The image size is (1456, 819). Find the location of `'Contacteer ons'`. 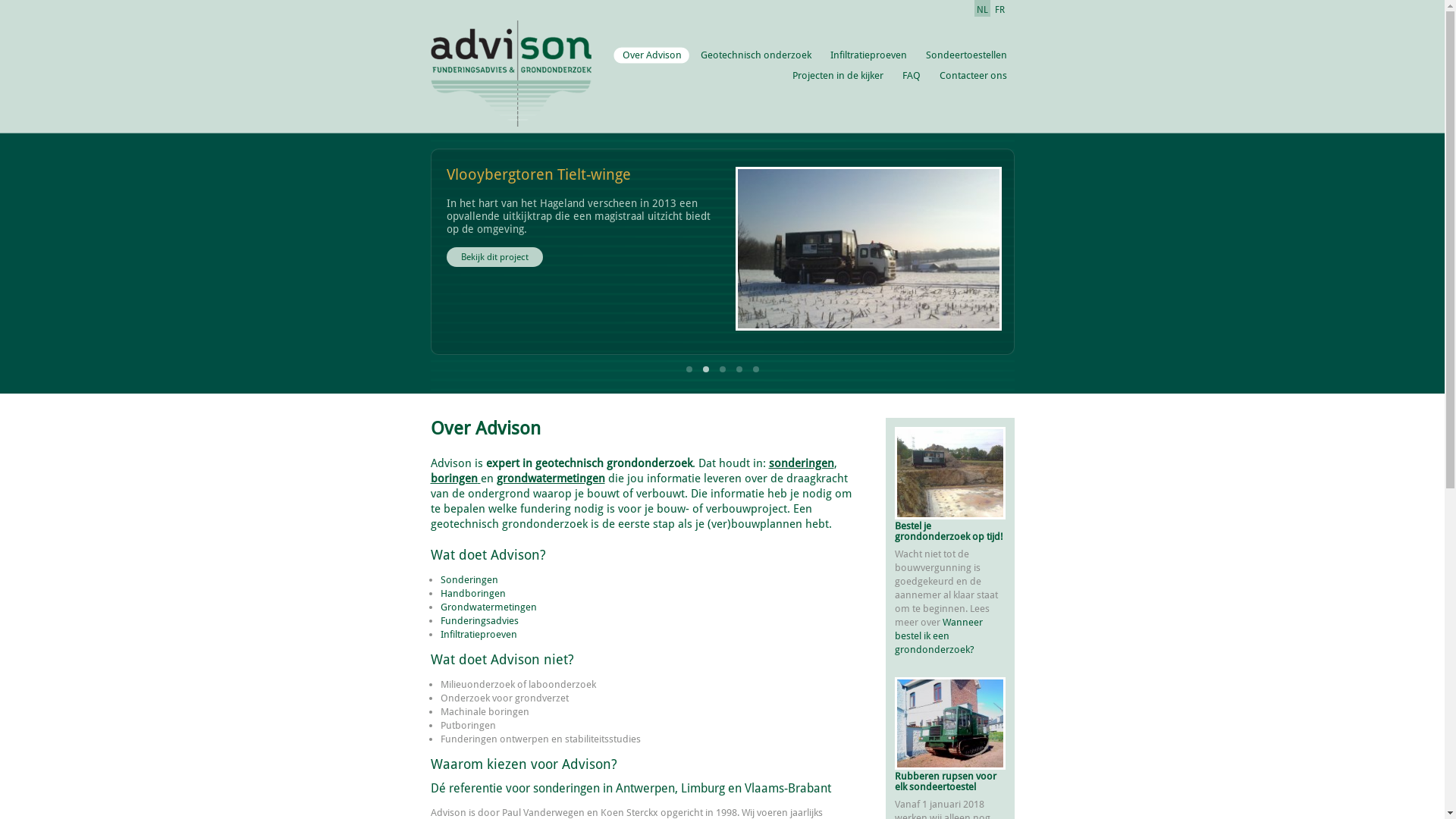

'Contacteer ons' is located at coordinates (971, 76).